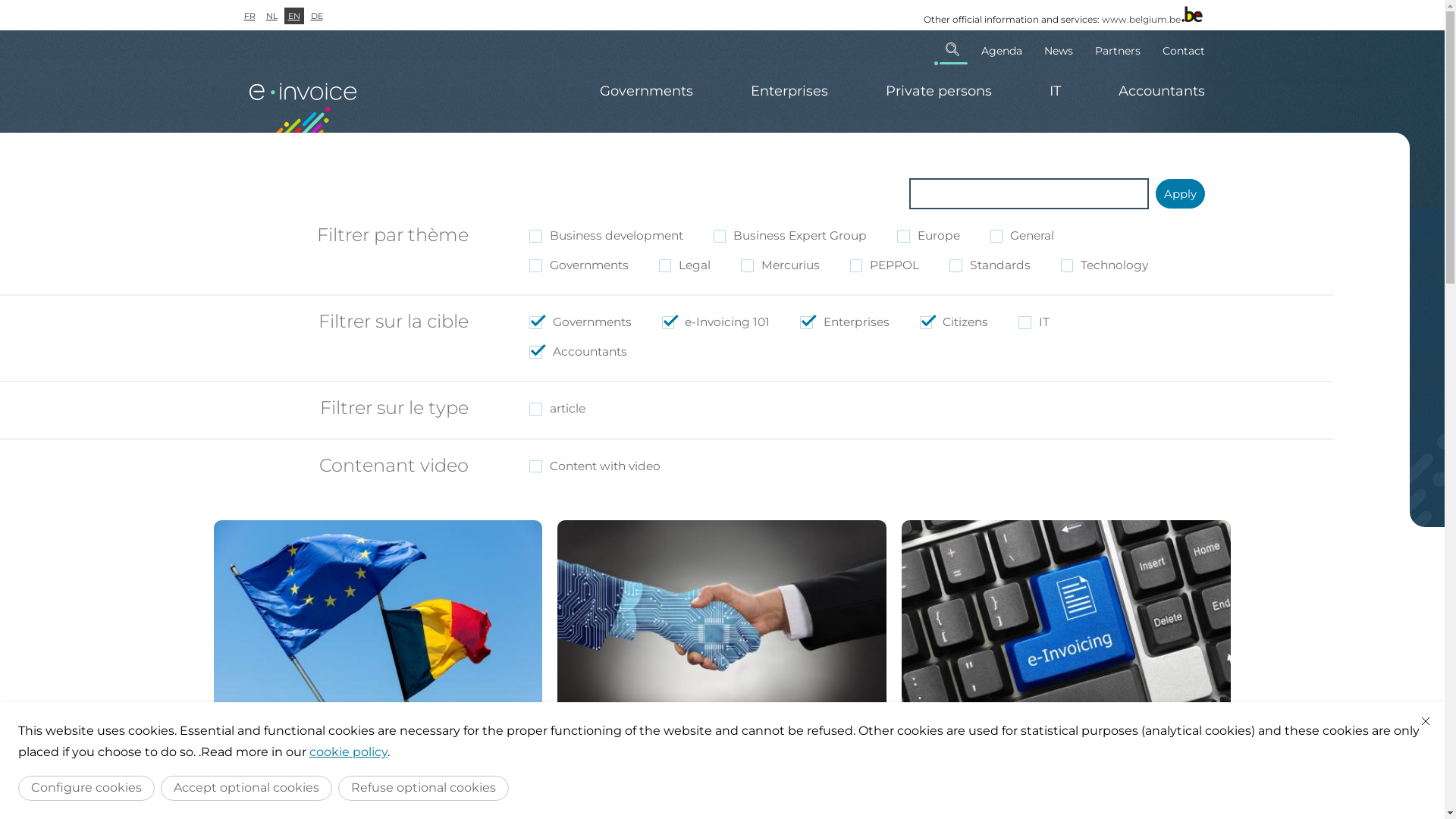 This screenshot has width=1456, height=819. I want to click on 'NL', so click(271, 15).